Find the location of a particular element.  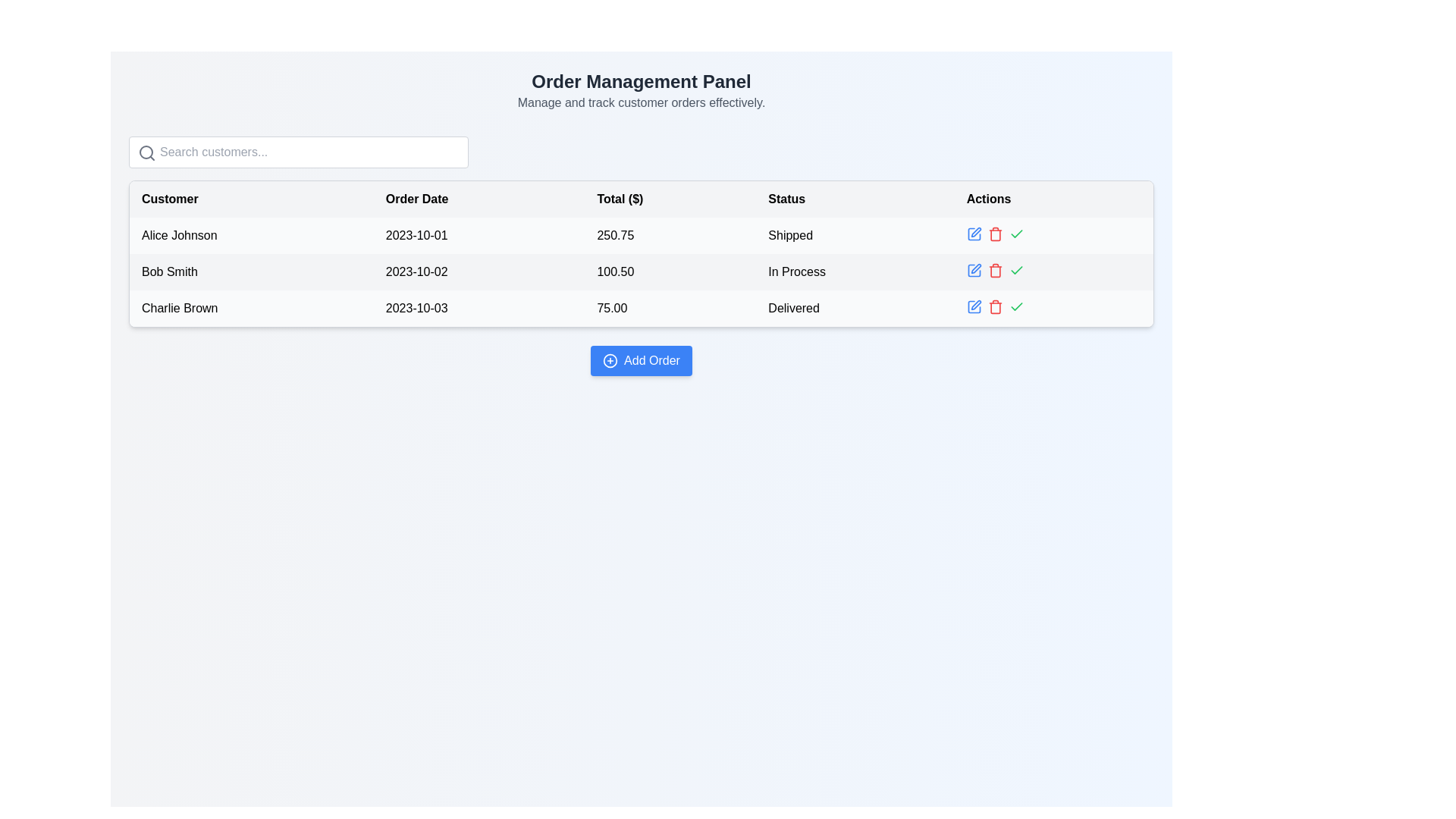

the deletion icon located in the 'Actions' column of the last row in the table is located at coordinates (995, 307).